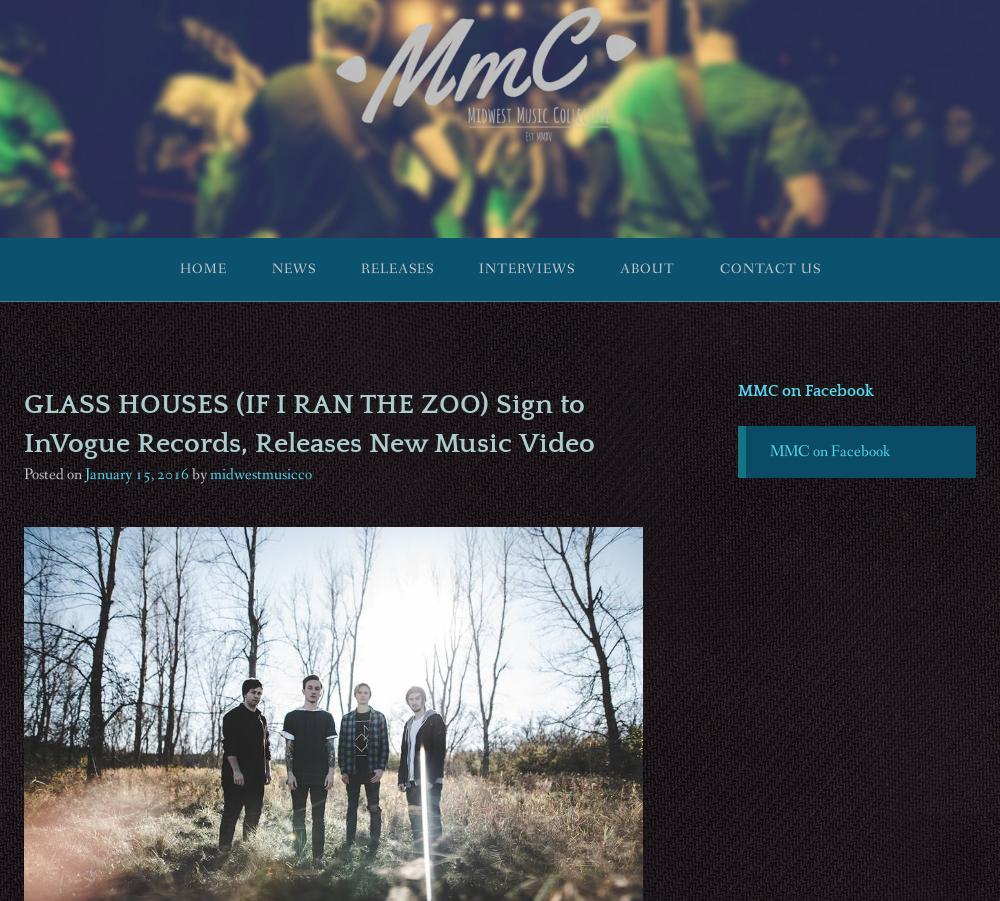 The image size is (1000, 901). I want to click on 'est MMXV', so click(62, 63).